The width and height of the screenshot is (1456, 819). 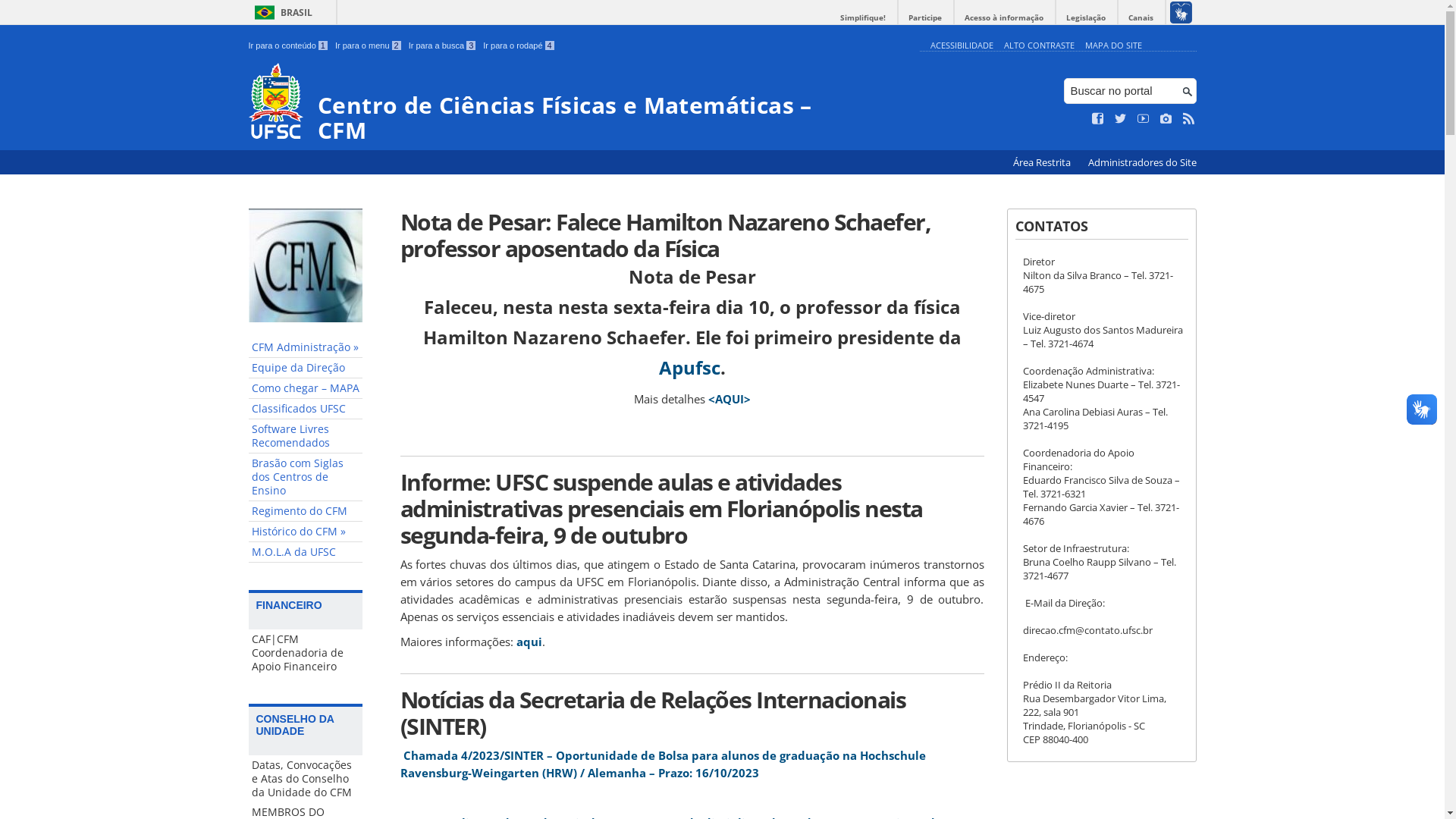 What do you see at coordinates (729, 397) in the screenshot?
I see `'<AQUI>'` at bounding box center [729, 397].